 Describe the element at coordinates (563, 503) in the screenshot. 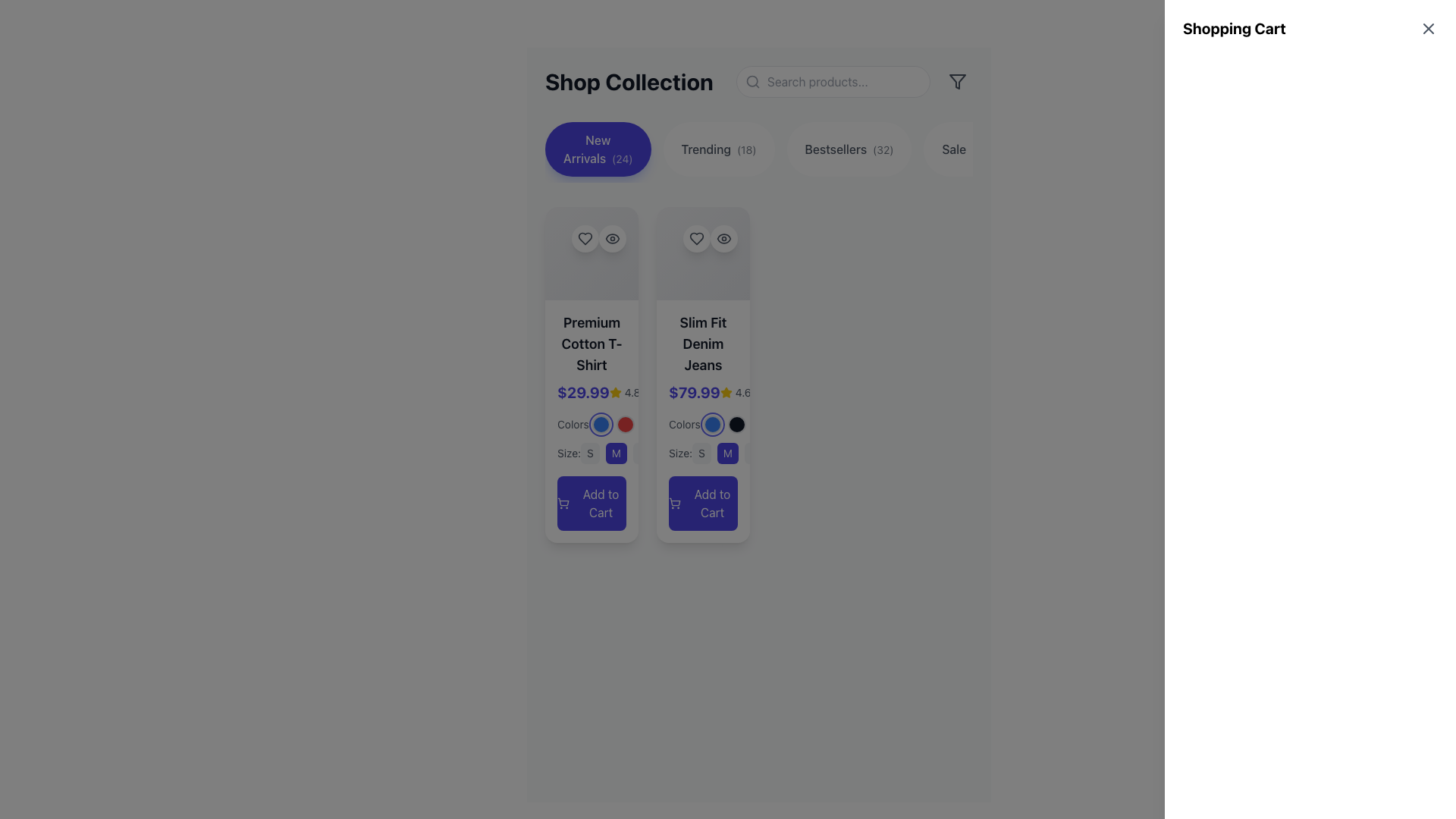

I see `the shopping cart icon, which is a minimalist outline styled as a basket on wheels, located to the left of the 'Add to Cart' button` at that location.